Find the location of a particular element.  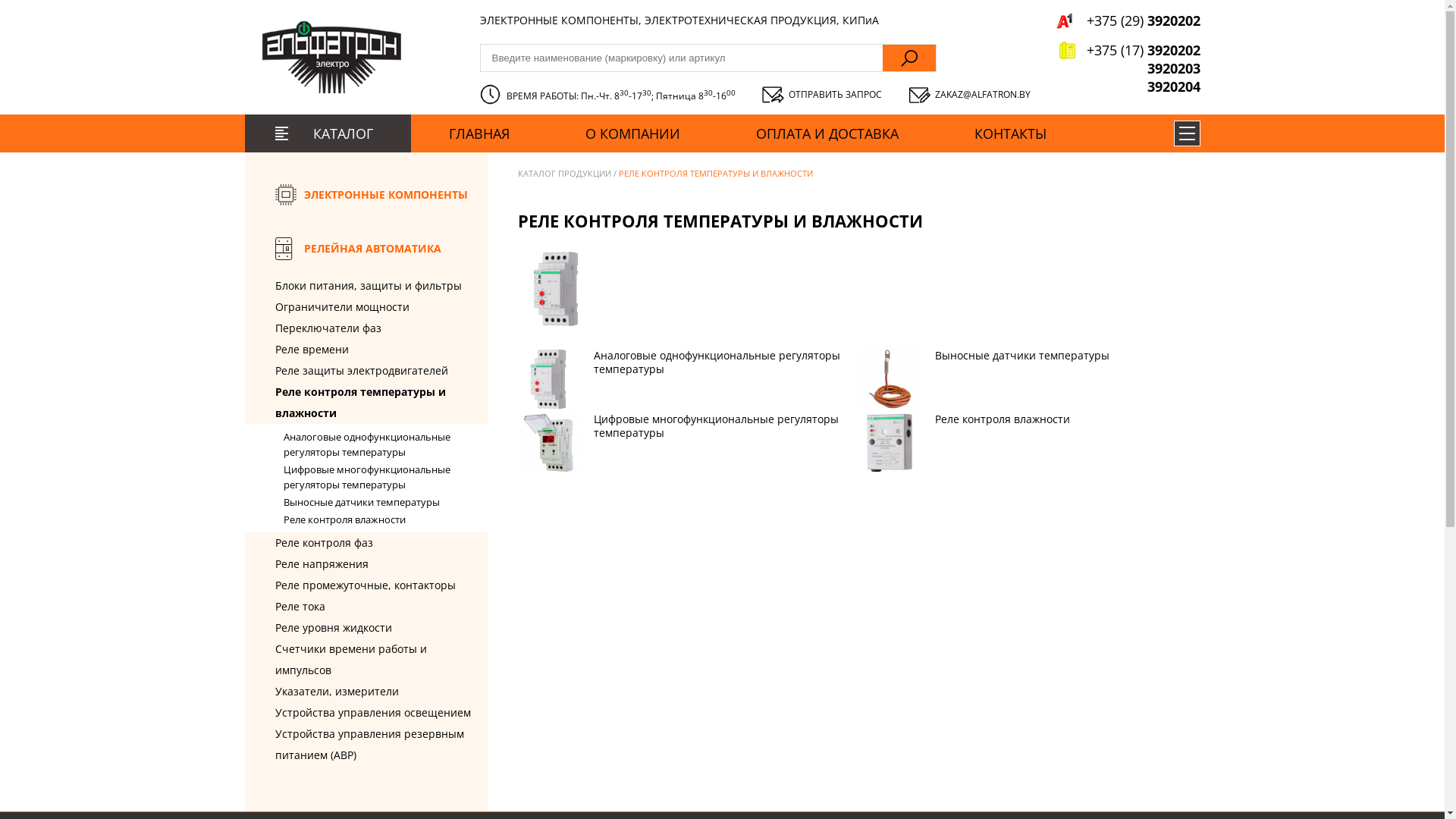

'ZAKAZ@ALFATRON.BY' is located at coordinates (968, 94).